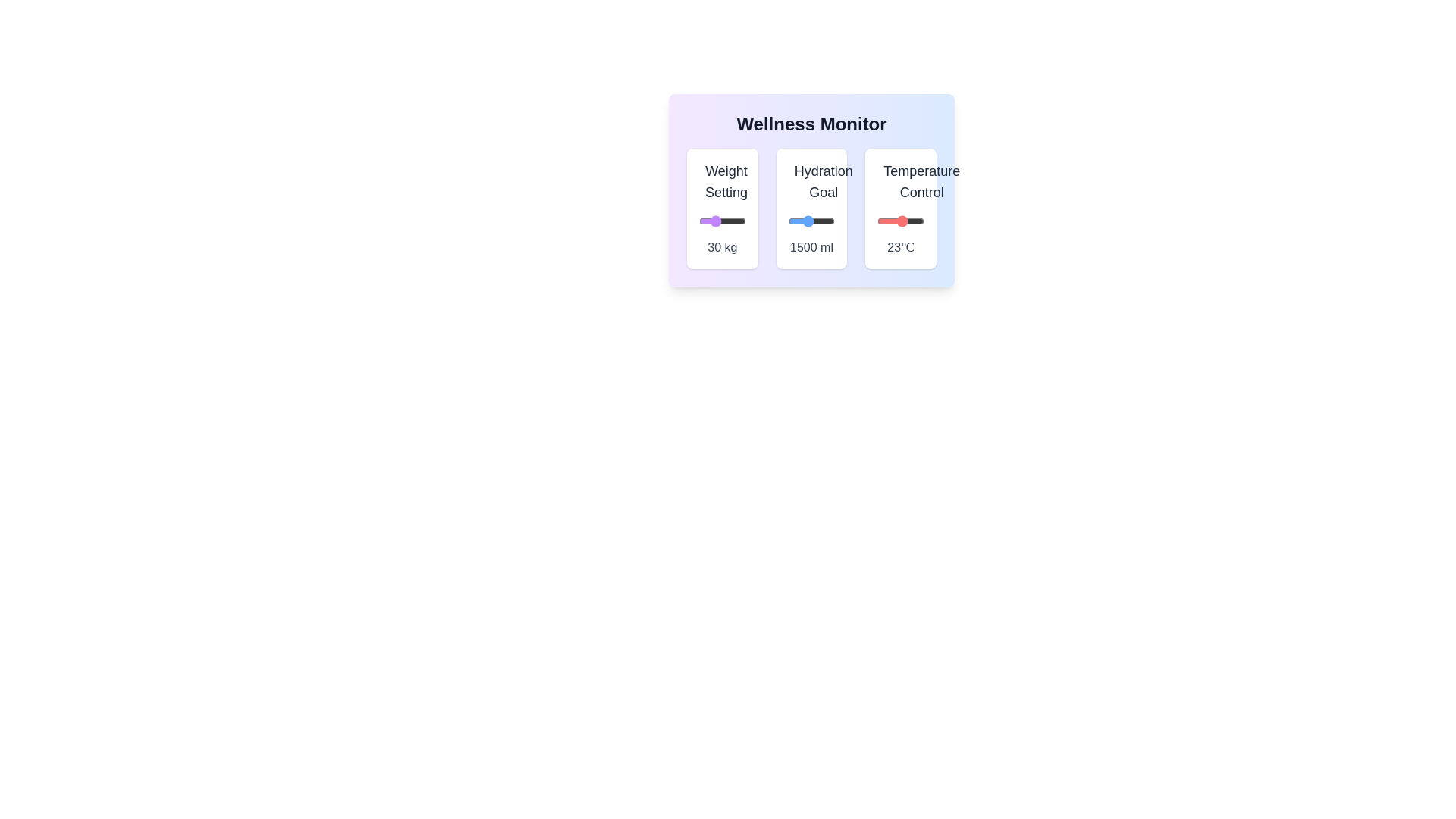  I want to click on the temperature, so click(889, 221).